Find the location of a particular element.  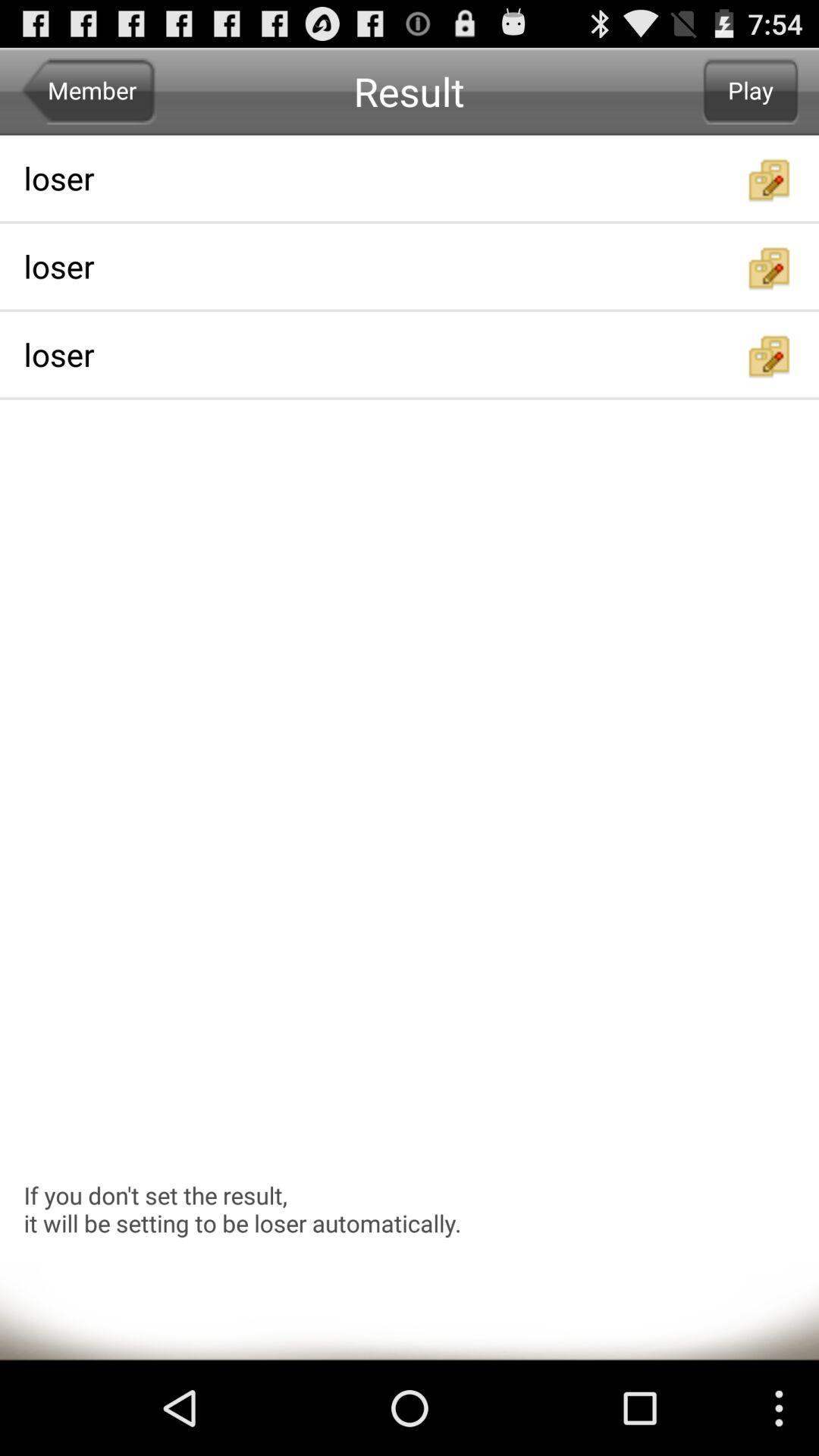

shares a folder is located at coordinates (770, 268).